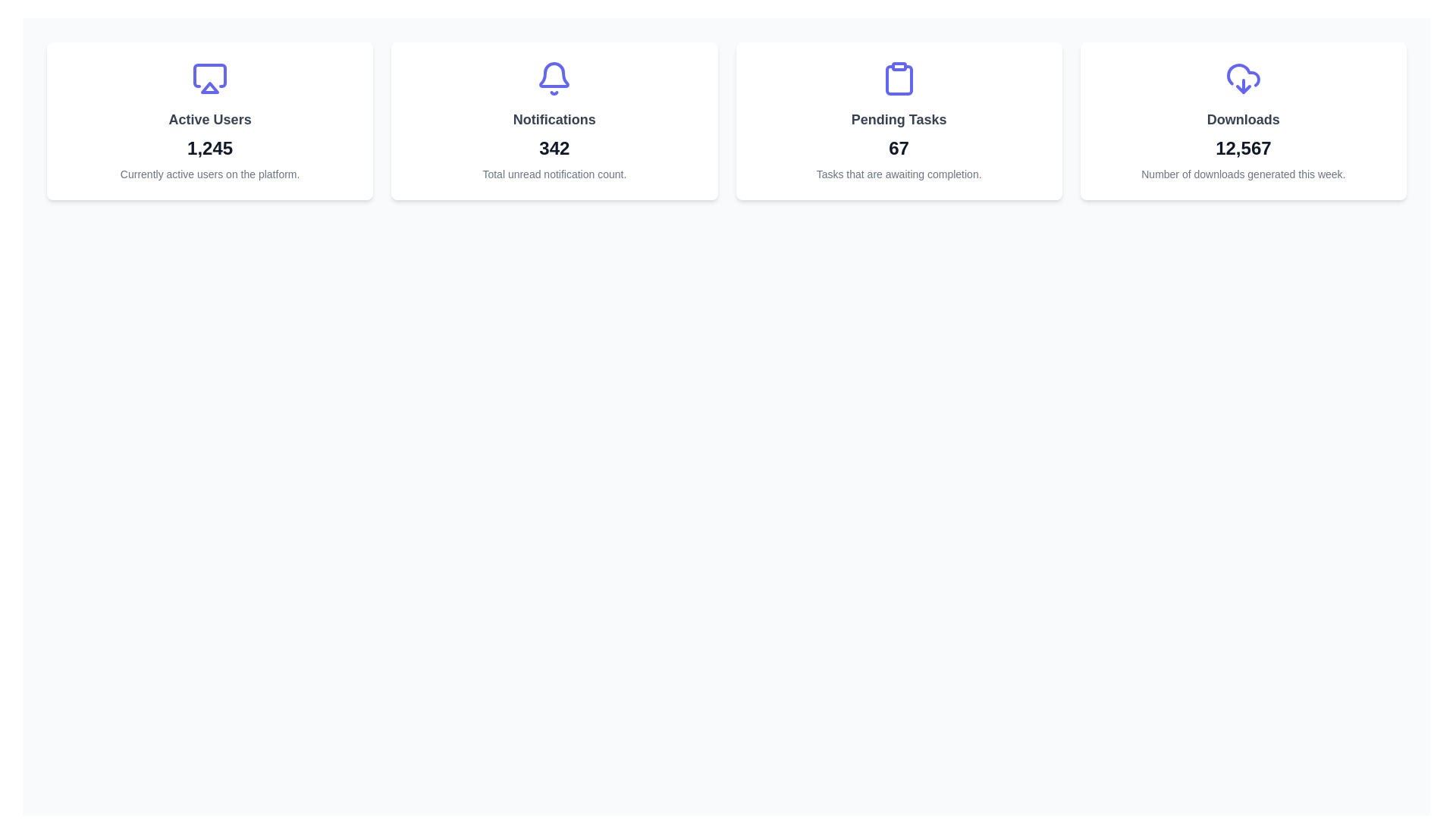 This screenshot has width=1456, height=819. I want to click on the cloud-shaped SVG icon representing the download action located at the top center of the 'Downloads' card, so click(1243, 75).